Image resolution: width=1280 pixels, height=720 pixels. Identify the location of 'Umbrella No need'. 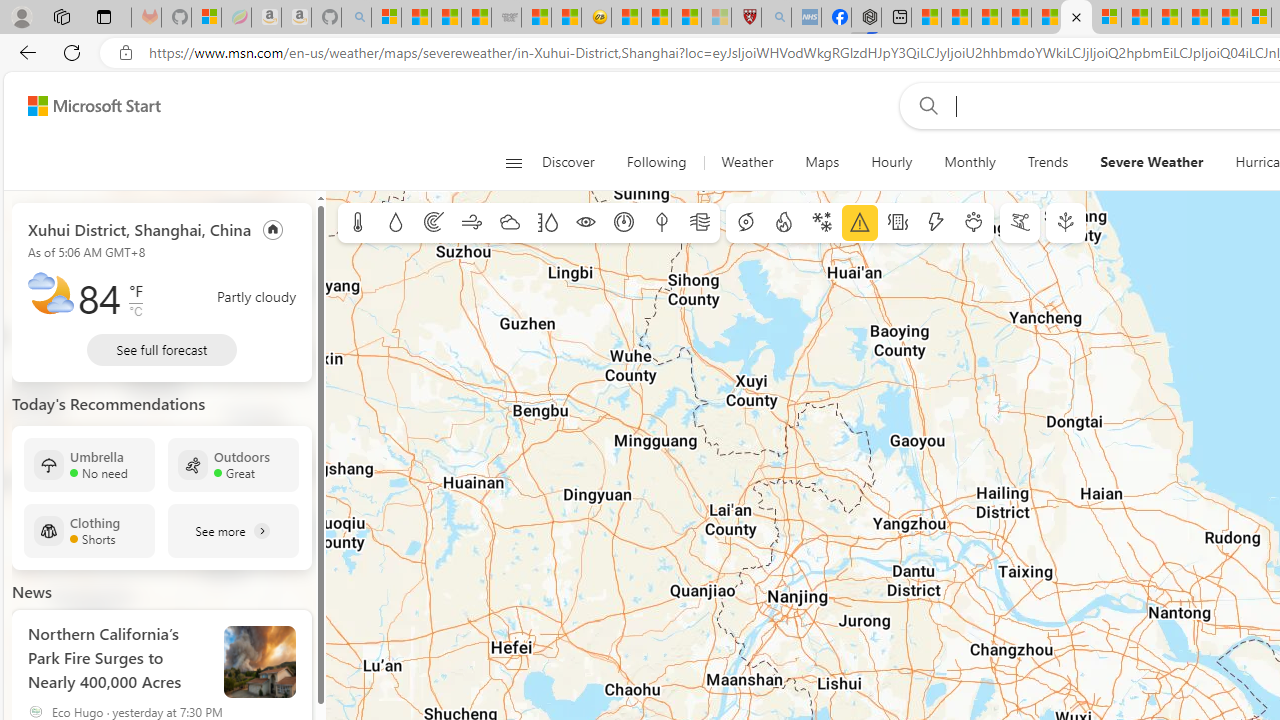
(88, 464).